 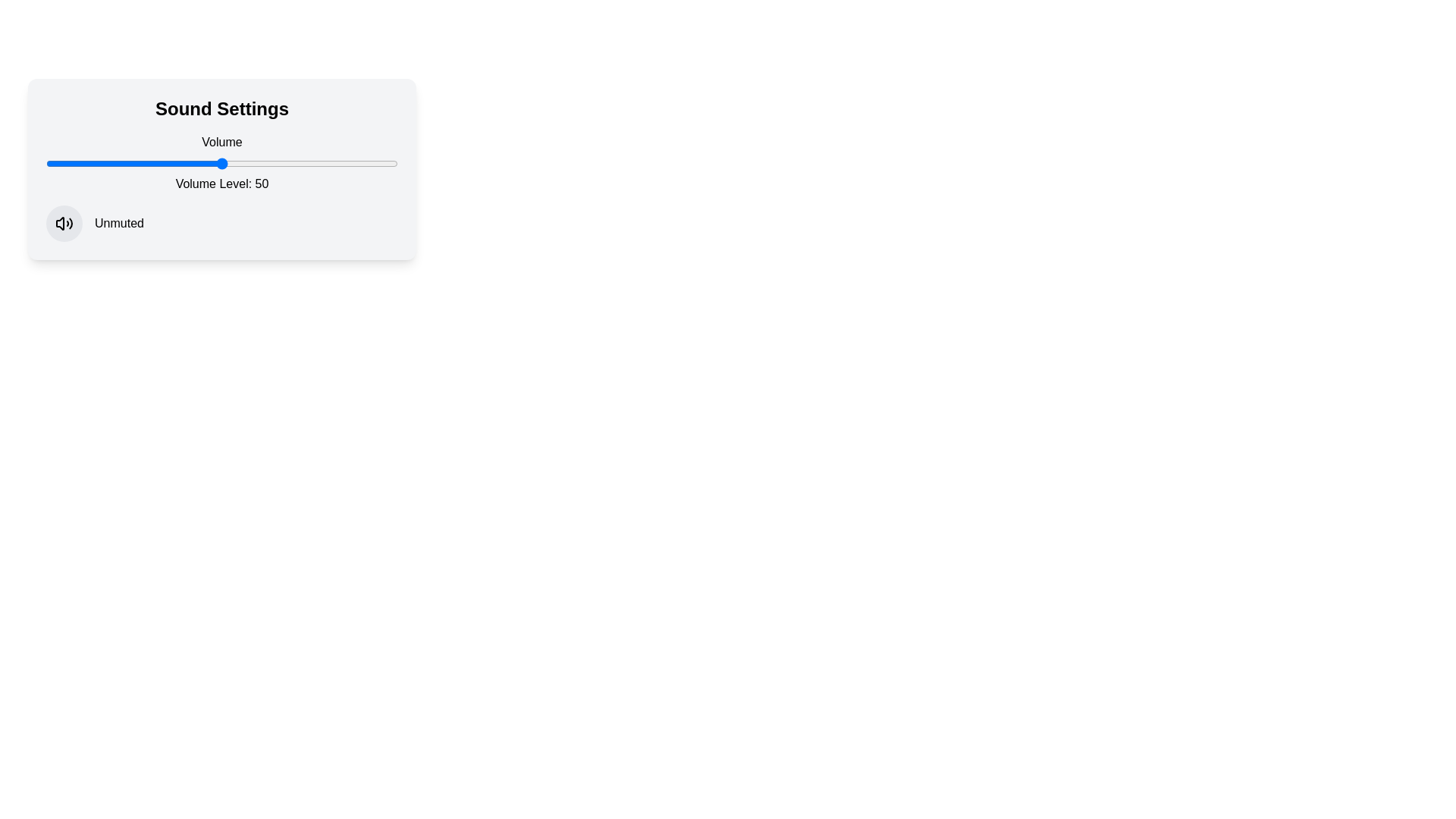 I want to click on the text label displaying 'Unmuted' located to the right of the speaker icon in the 'Sound Settings' section, so click(x=118, y=223).